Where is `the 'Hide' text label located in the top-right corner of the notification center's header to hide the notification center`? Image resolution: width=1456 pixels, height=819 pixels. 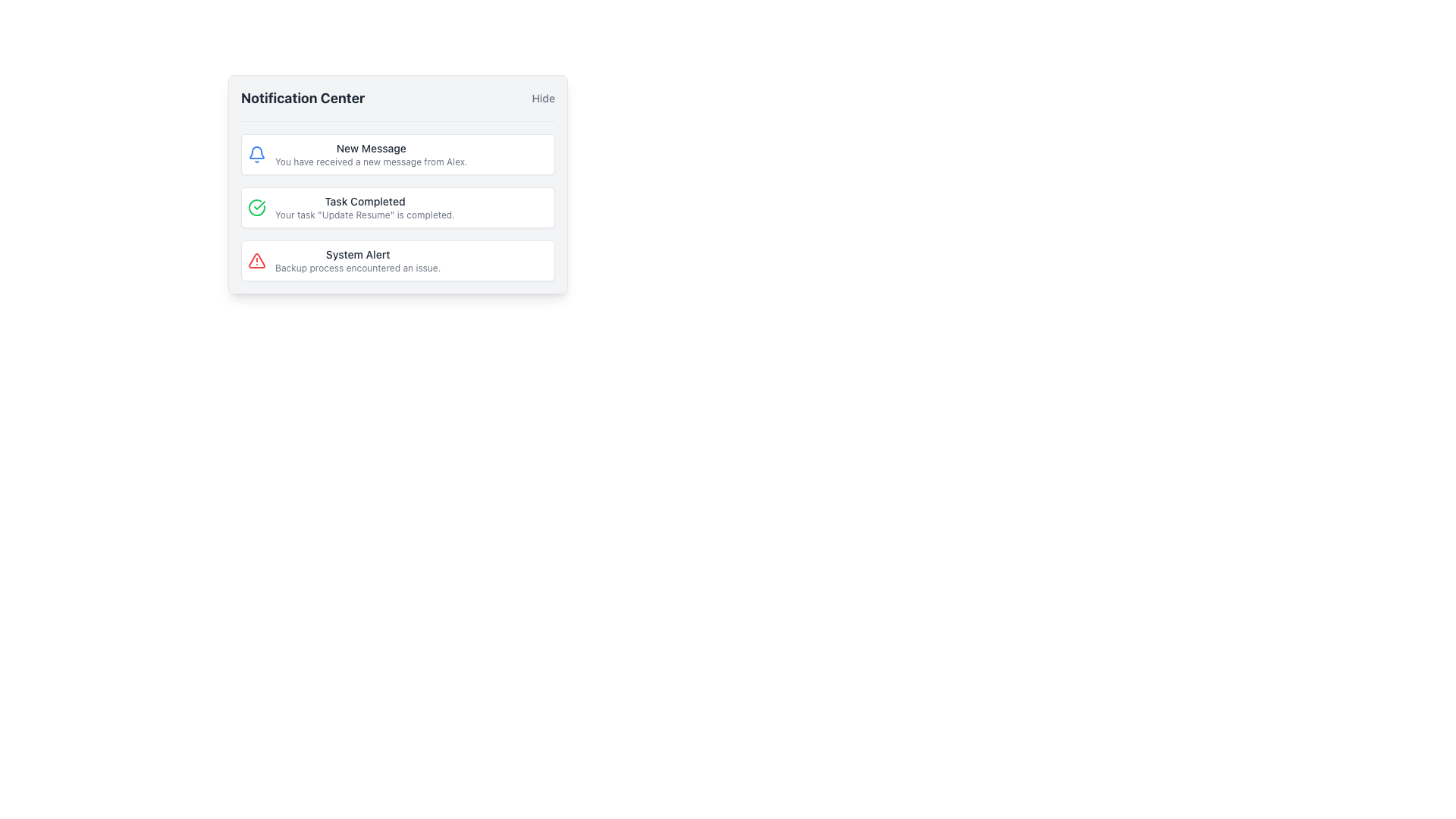
the 'Hide' text label located in the top-right corner of the notification center's header to hide the notification center is located at coordinates (543, 99).